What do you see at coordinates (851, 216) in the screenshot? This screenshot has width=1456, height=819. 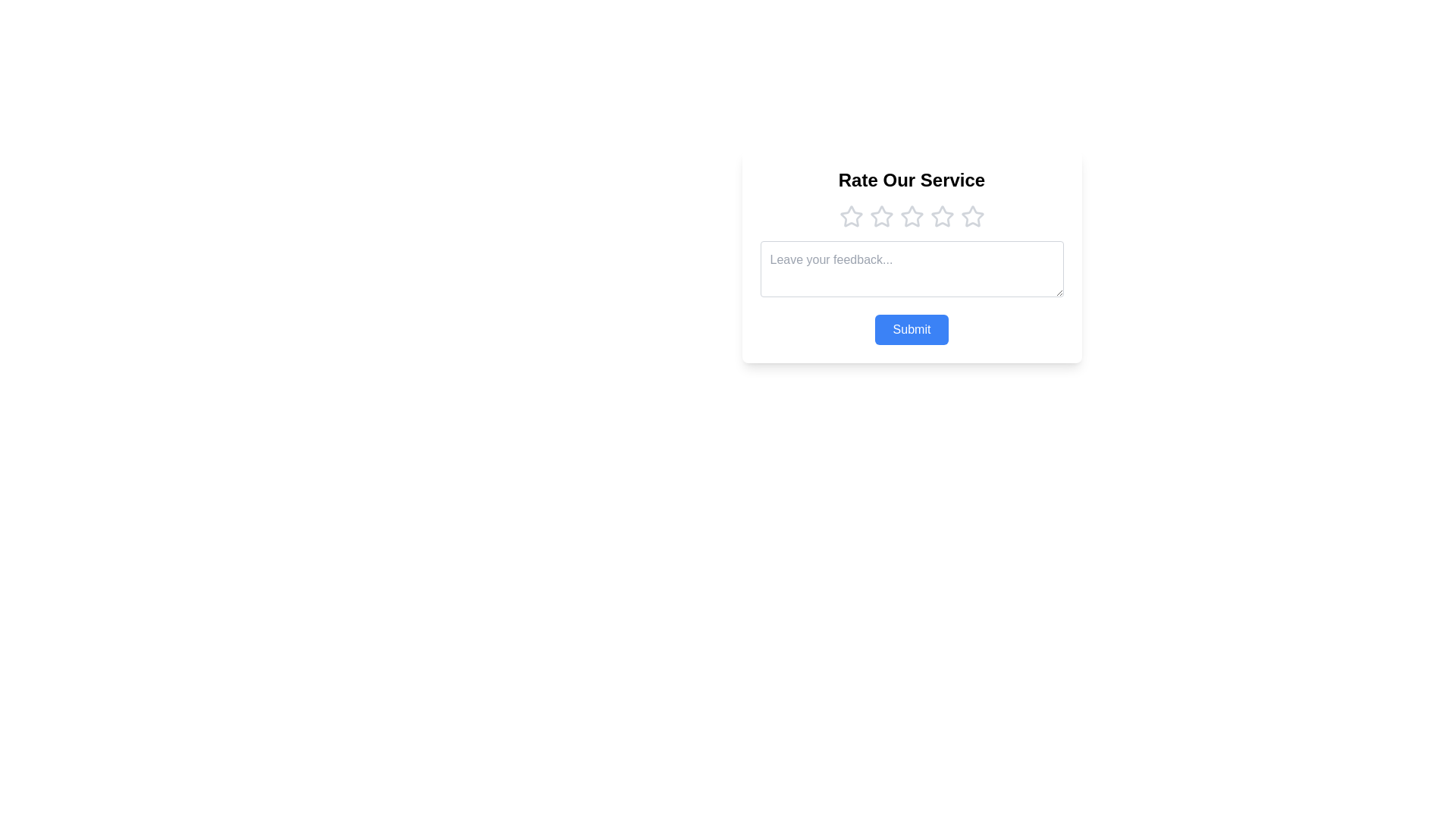 I see `the first star button in the rating system` at bounding box center [851, 216].